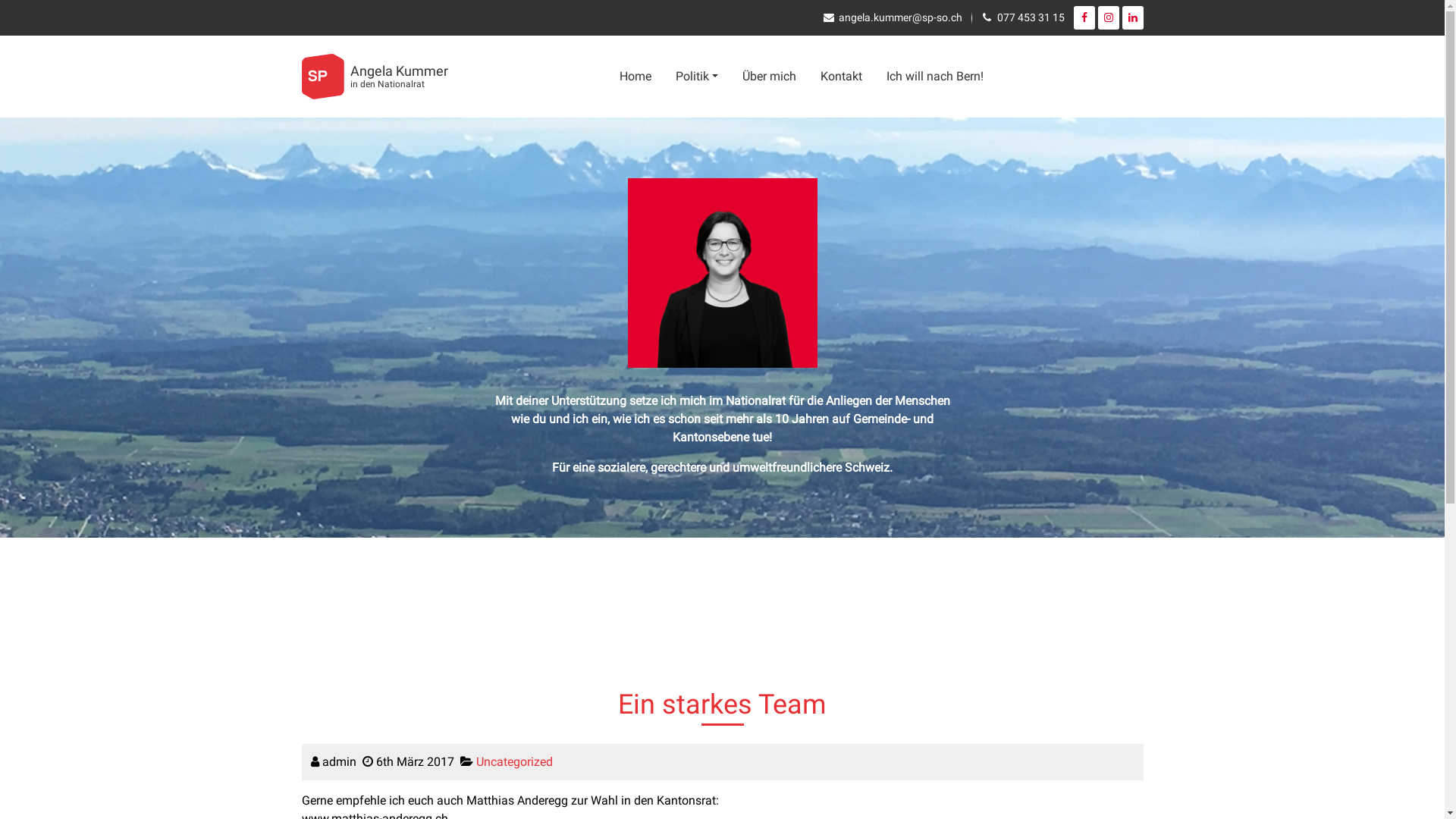 Image resolution: width=1456 pixels, height=819 pixels. What do you see at coordinates (996, 17) in the screenshot?
I see `'077 453 31 15'` at bounding box center [996, 17].